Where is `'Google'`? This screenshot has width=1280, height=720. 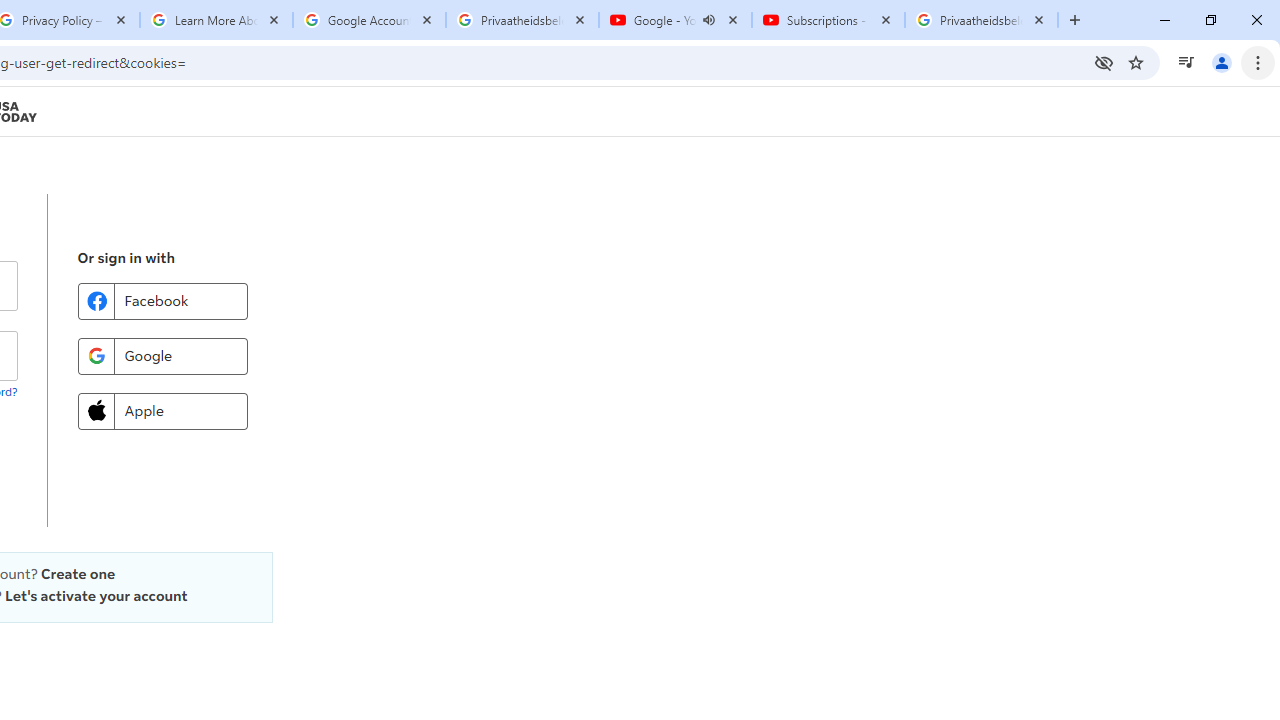
'Google' is located at coordinates (162, 355).